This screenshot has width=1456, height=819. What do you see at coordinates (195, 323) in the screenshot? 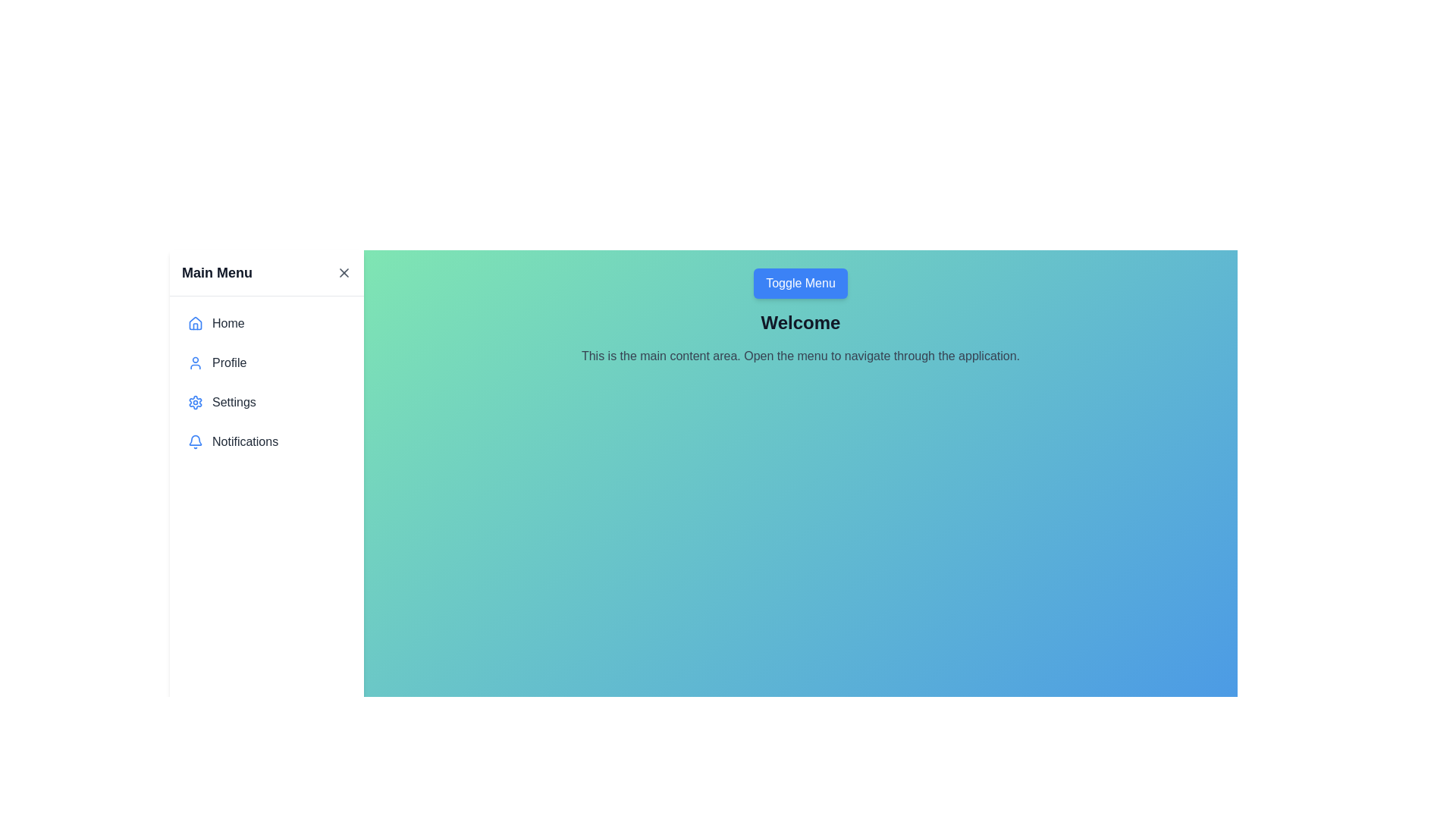
I see `the house SVG icon located in the navigation menu, which is styled with a blue stroke and minimalist design, positioned to the left of the 'Home' text label` at bounding box center [195, 323].